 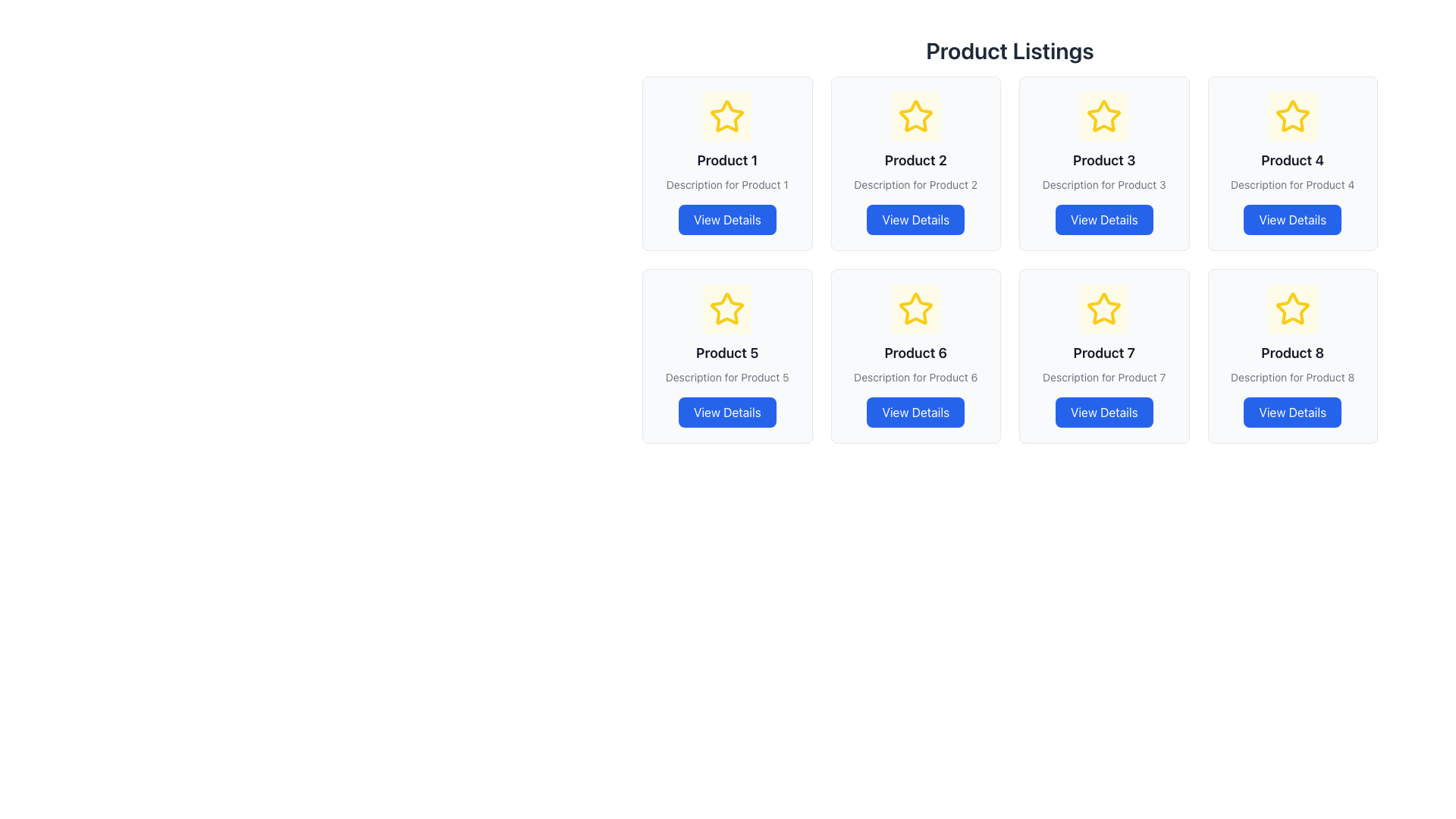 I want to click on the bold text label reading 'Product 8' located in the bottom-right card of a 3x3 grid layout, so click(x=1291, y=353).